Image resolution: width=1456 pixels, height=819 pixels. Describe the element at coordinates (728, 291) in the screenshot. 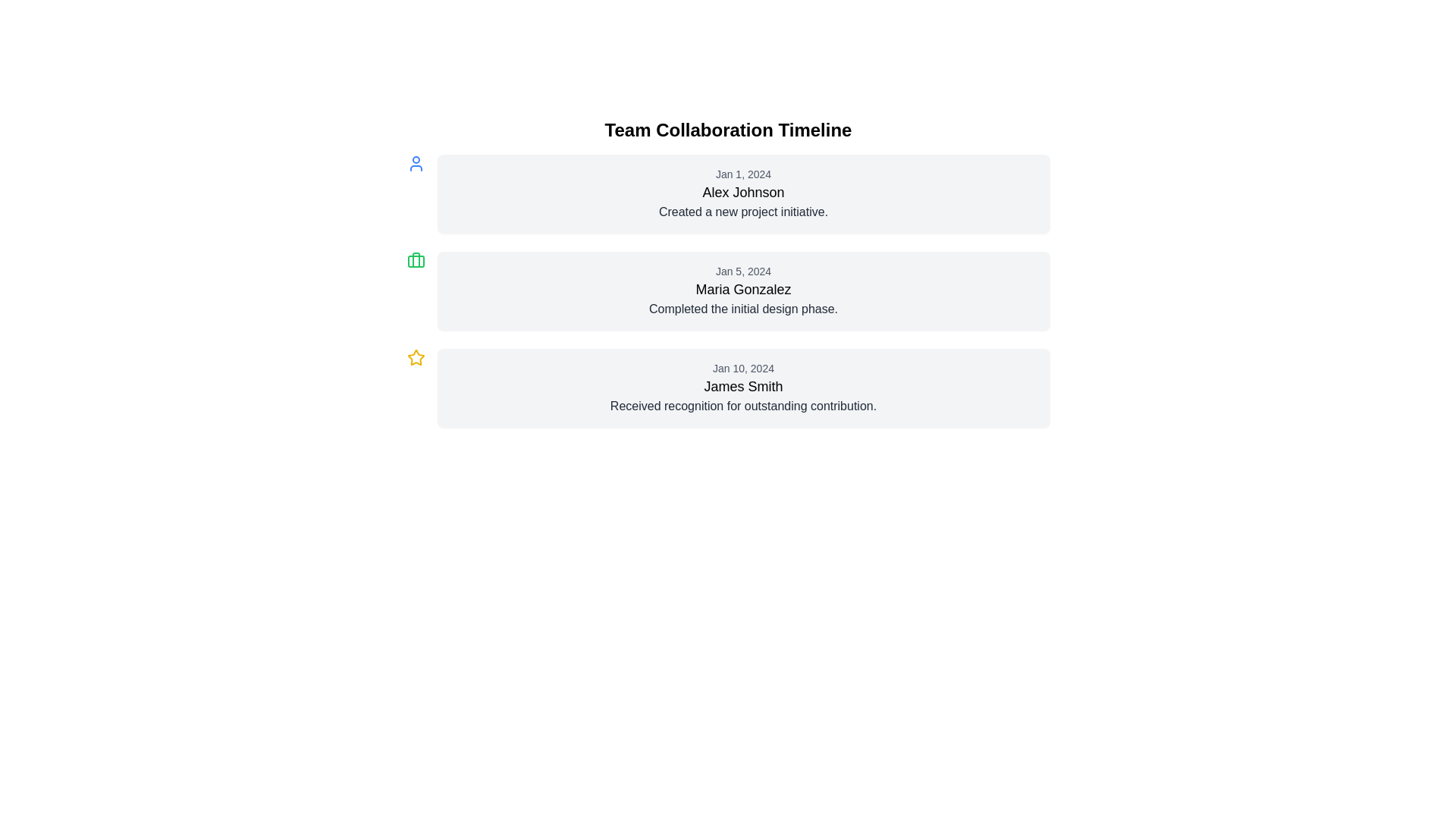

I see `the second Timeline Entry, which has a light gray background, rounded corners, and contains a date, name, and description` at that location.